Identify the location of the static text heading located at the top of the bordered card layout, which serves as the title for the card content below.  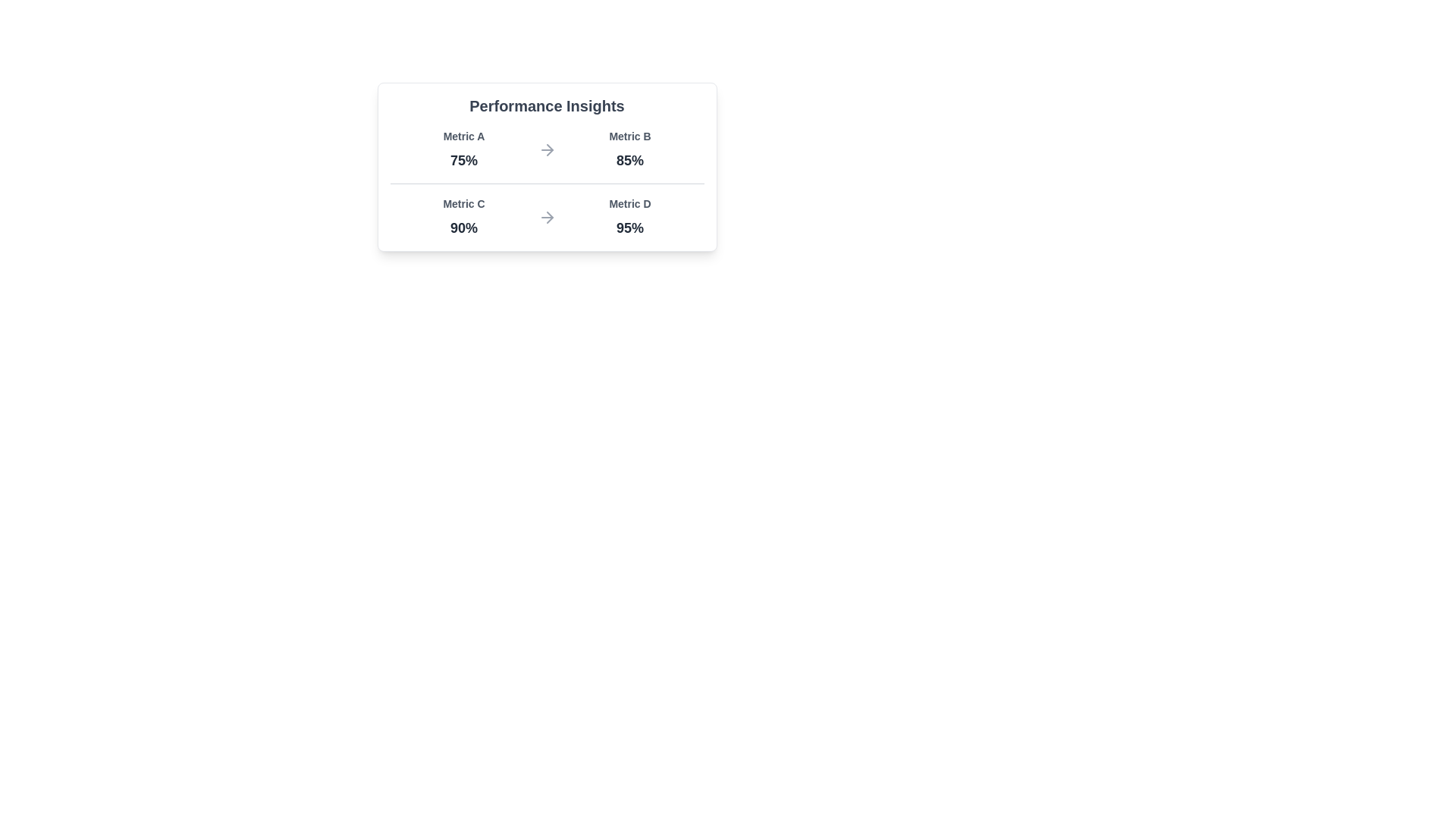
(546, 105).